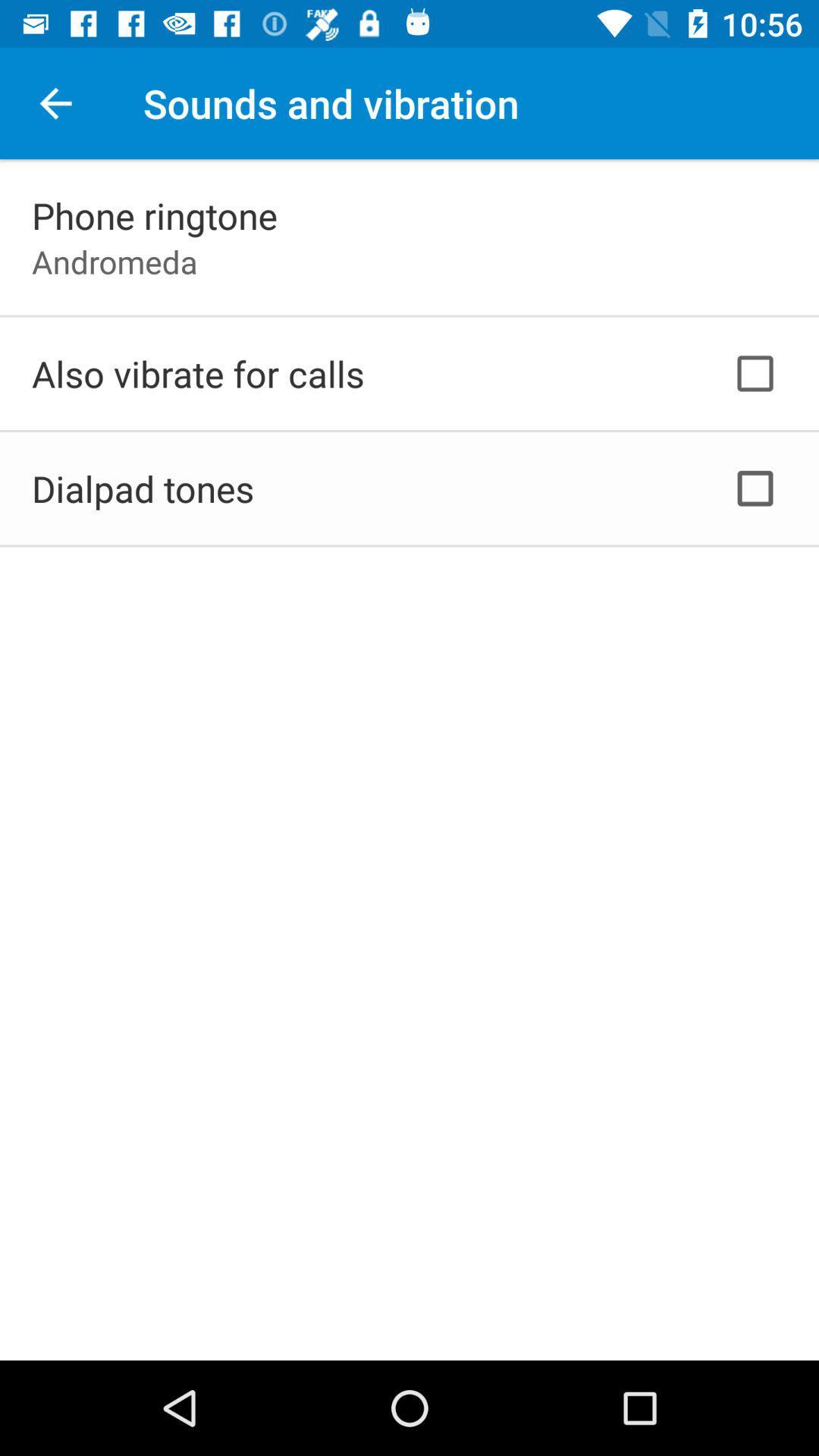  Describe the element at coordinates (143, 488) in the screenshot. I see `the icon on the left` at that location.